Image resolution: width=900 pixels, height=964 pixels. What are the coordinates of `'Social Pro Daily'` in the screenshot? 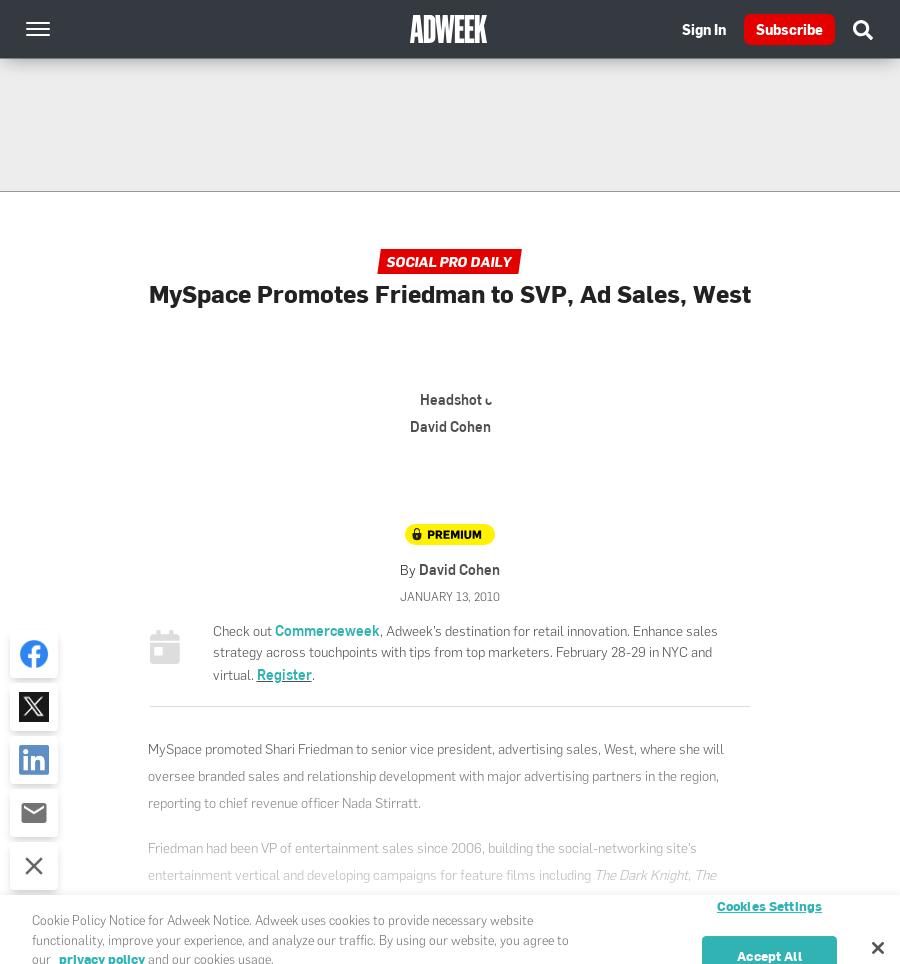 It's located at (448, 260).